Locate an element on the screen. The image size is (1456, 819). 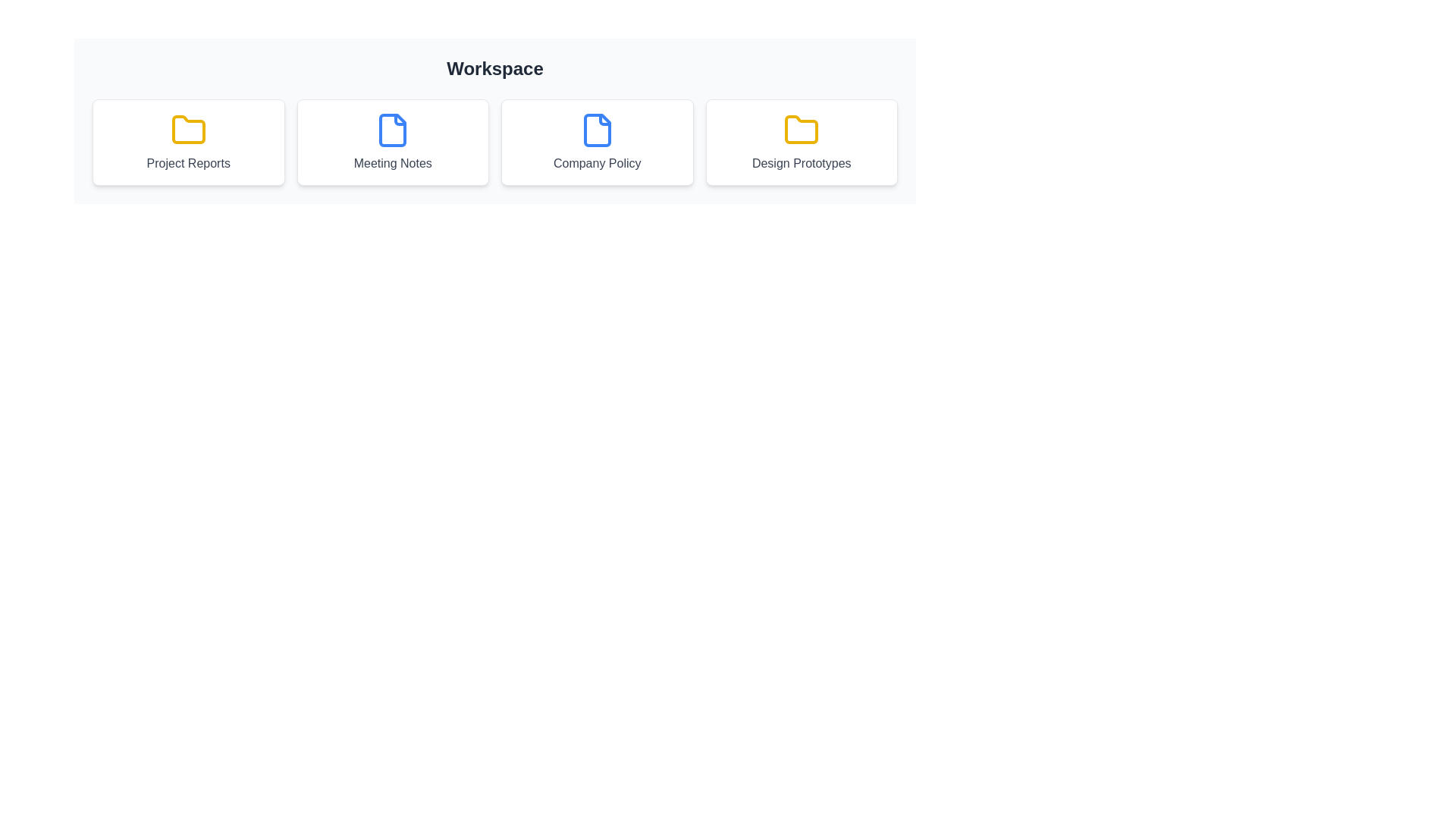
the icon representing the 'Company Policy' section, which is visually identified as a document or file, located in the center of the 'Company Policy' component is located at coordinates (596, 130).